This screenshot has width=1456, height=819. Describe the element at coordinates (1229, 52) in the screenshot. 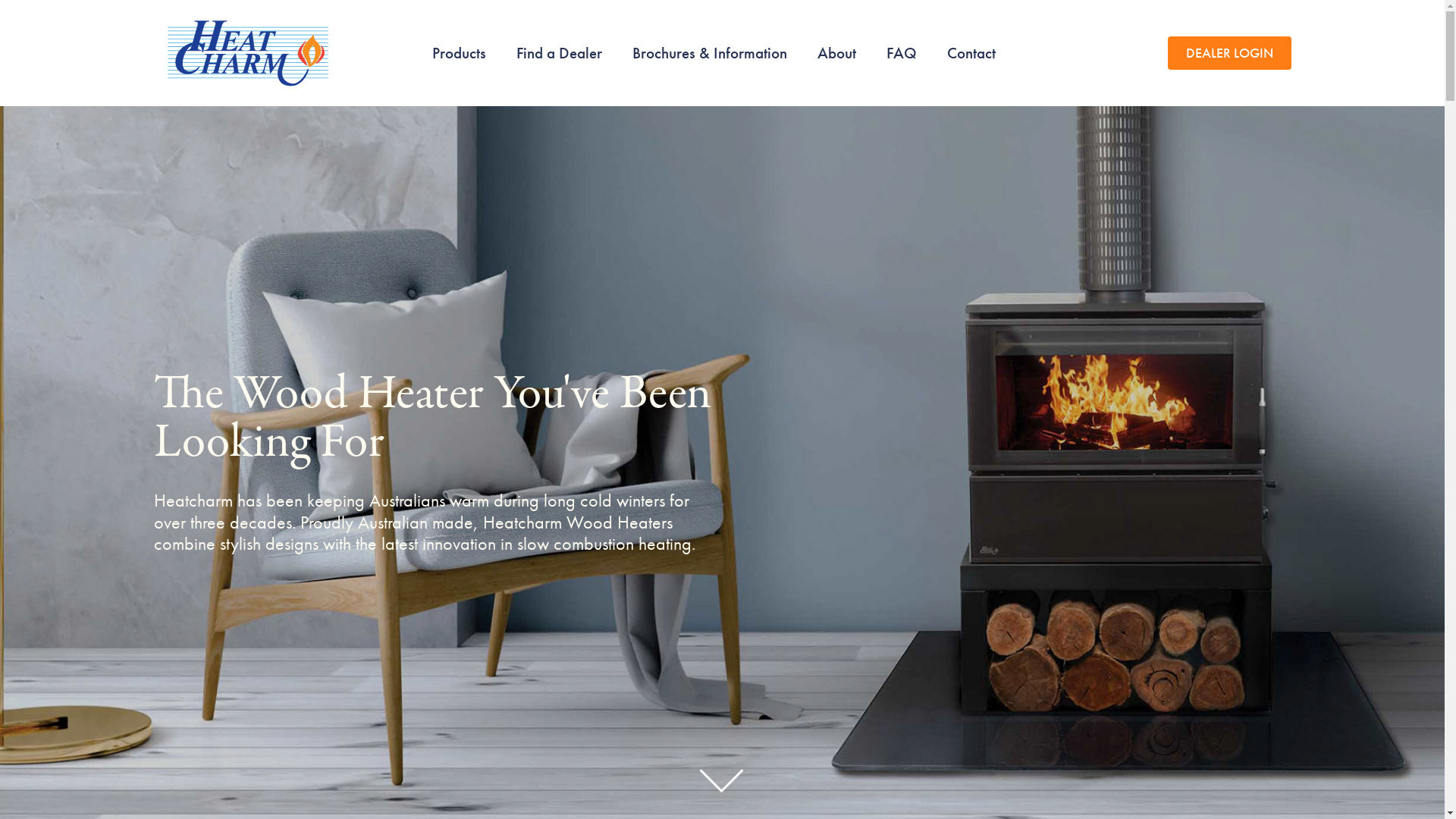

I see `'DEALER LOGIN'` at that location.